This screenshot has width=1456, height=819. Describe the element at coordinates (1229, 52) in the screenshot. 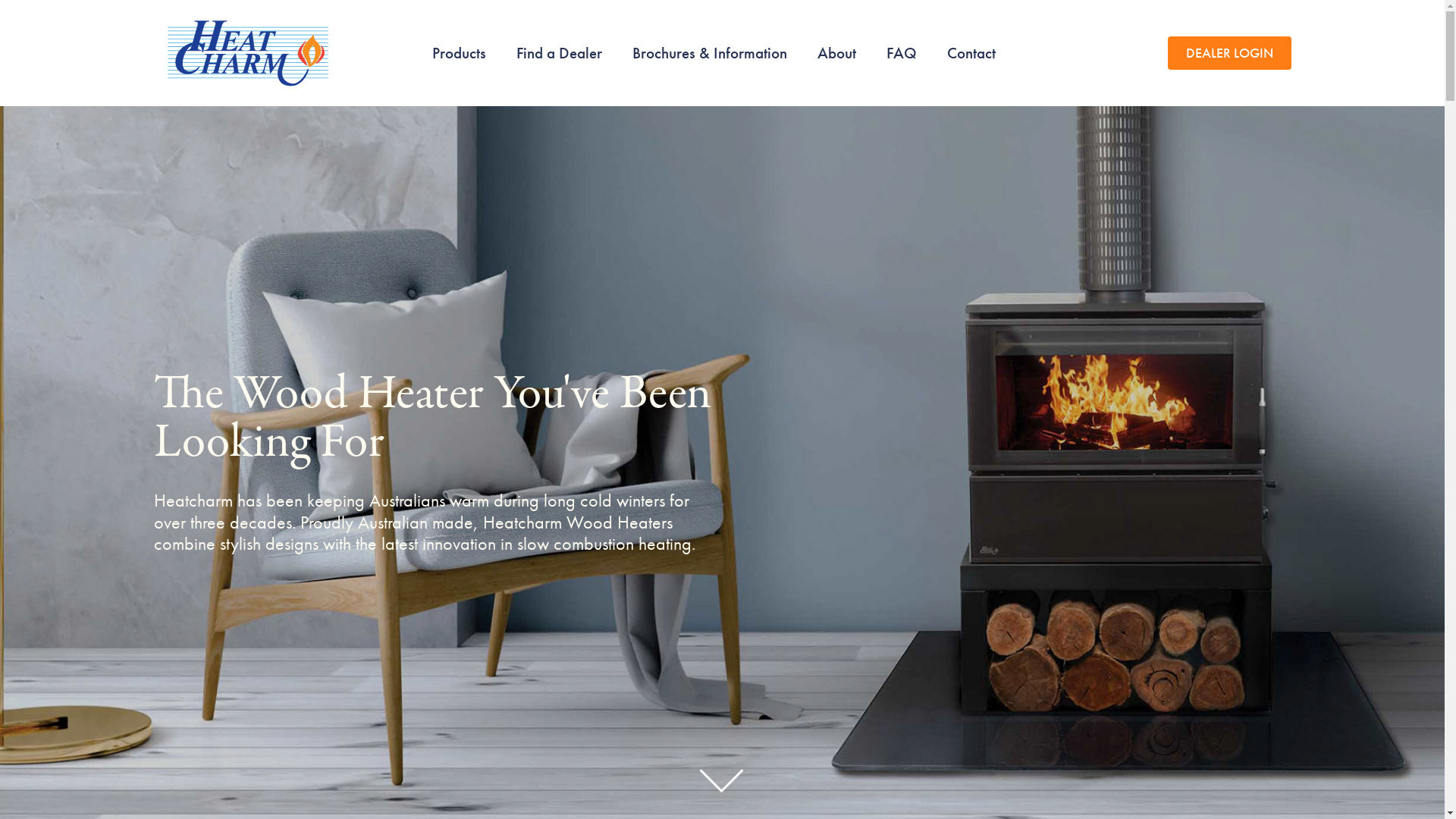

I see `'DEALER LOGIN'` at that location.